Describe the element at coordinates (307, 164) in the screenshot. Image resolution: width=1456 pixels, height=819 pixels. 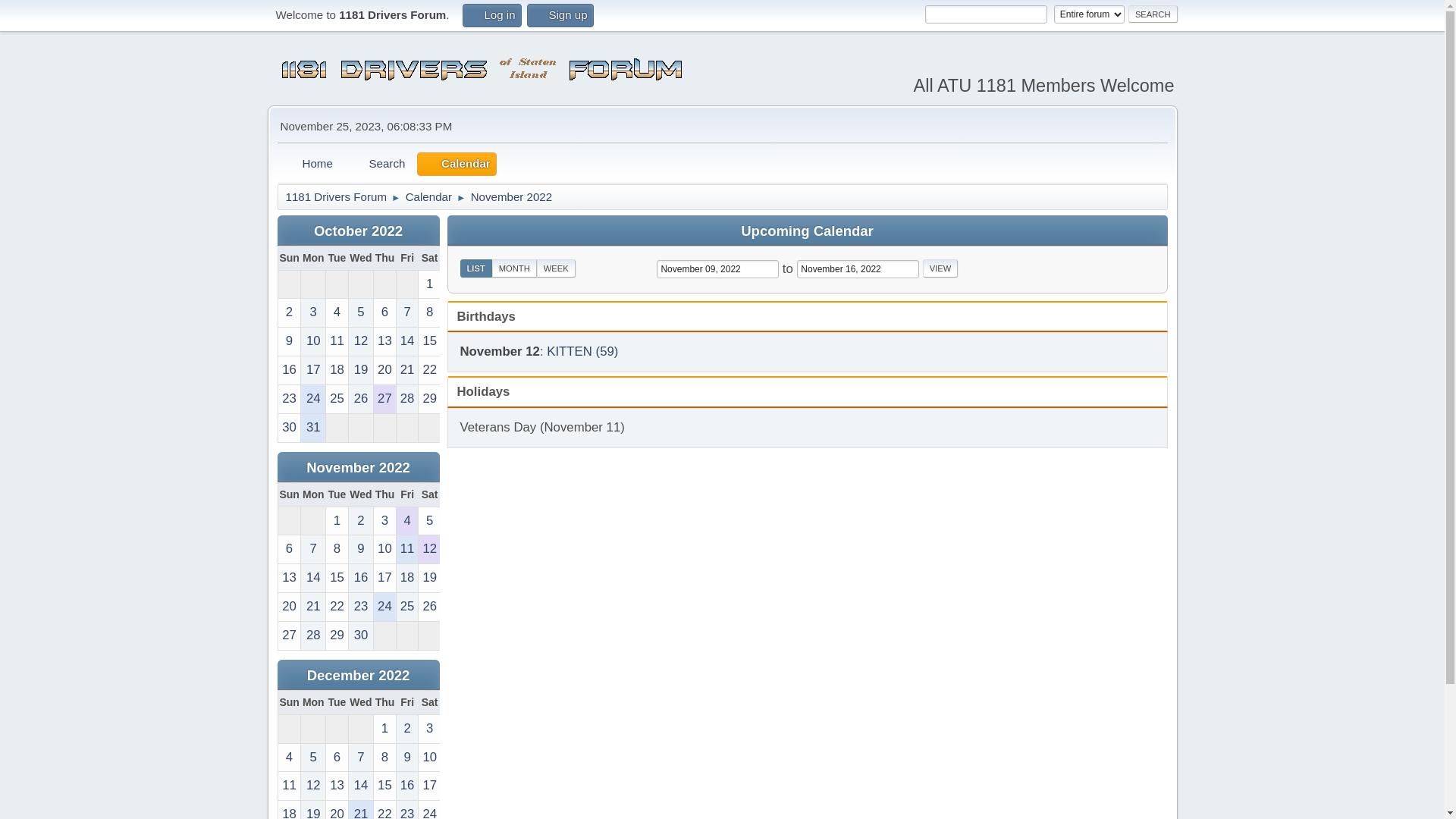
I see `'Home'` at that location.